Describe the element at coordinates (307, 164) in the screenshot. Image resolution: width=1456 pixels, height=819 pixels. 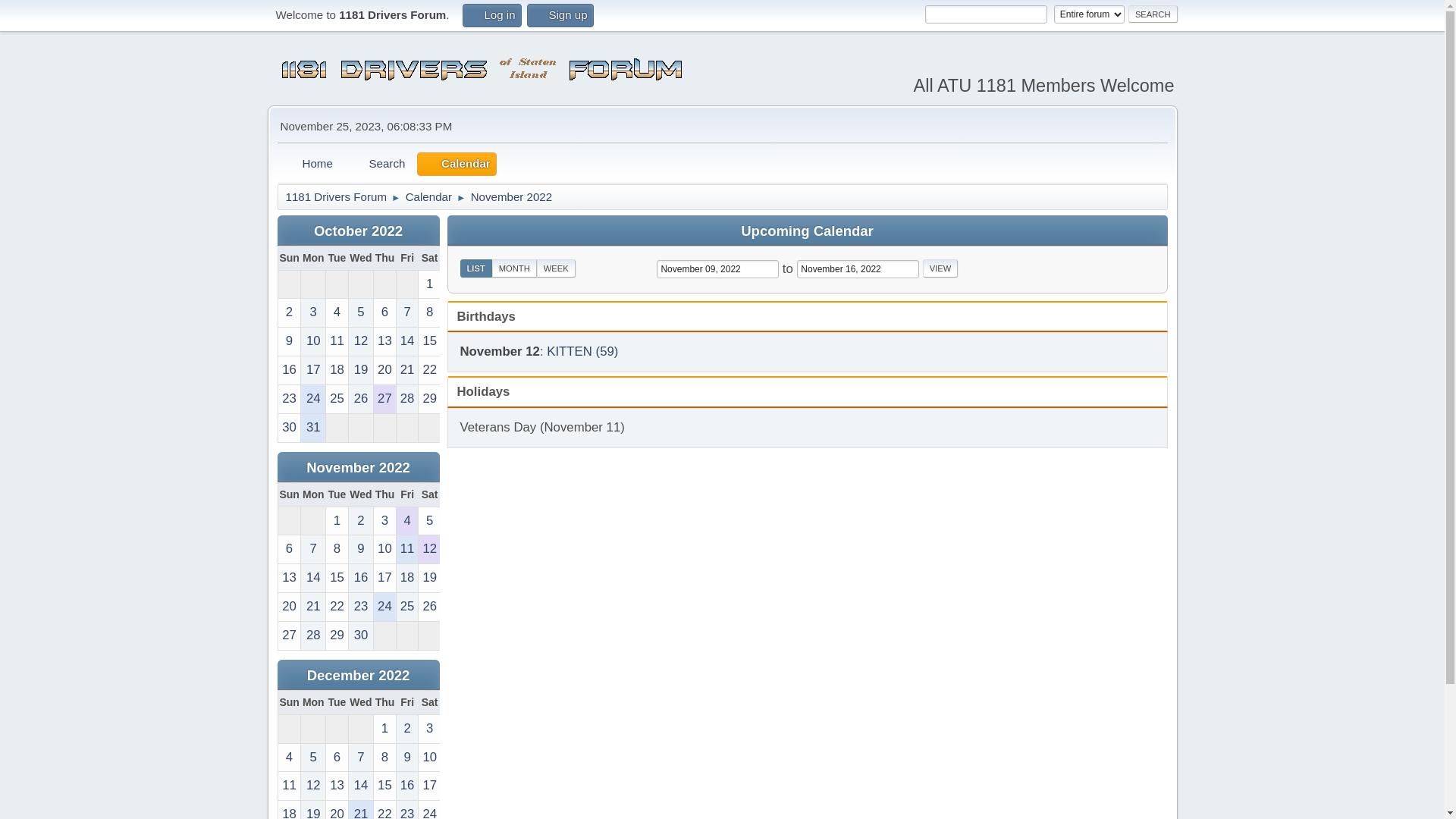
I see `'Home'` at that location.